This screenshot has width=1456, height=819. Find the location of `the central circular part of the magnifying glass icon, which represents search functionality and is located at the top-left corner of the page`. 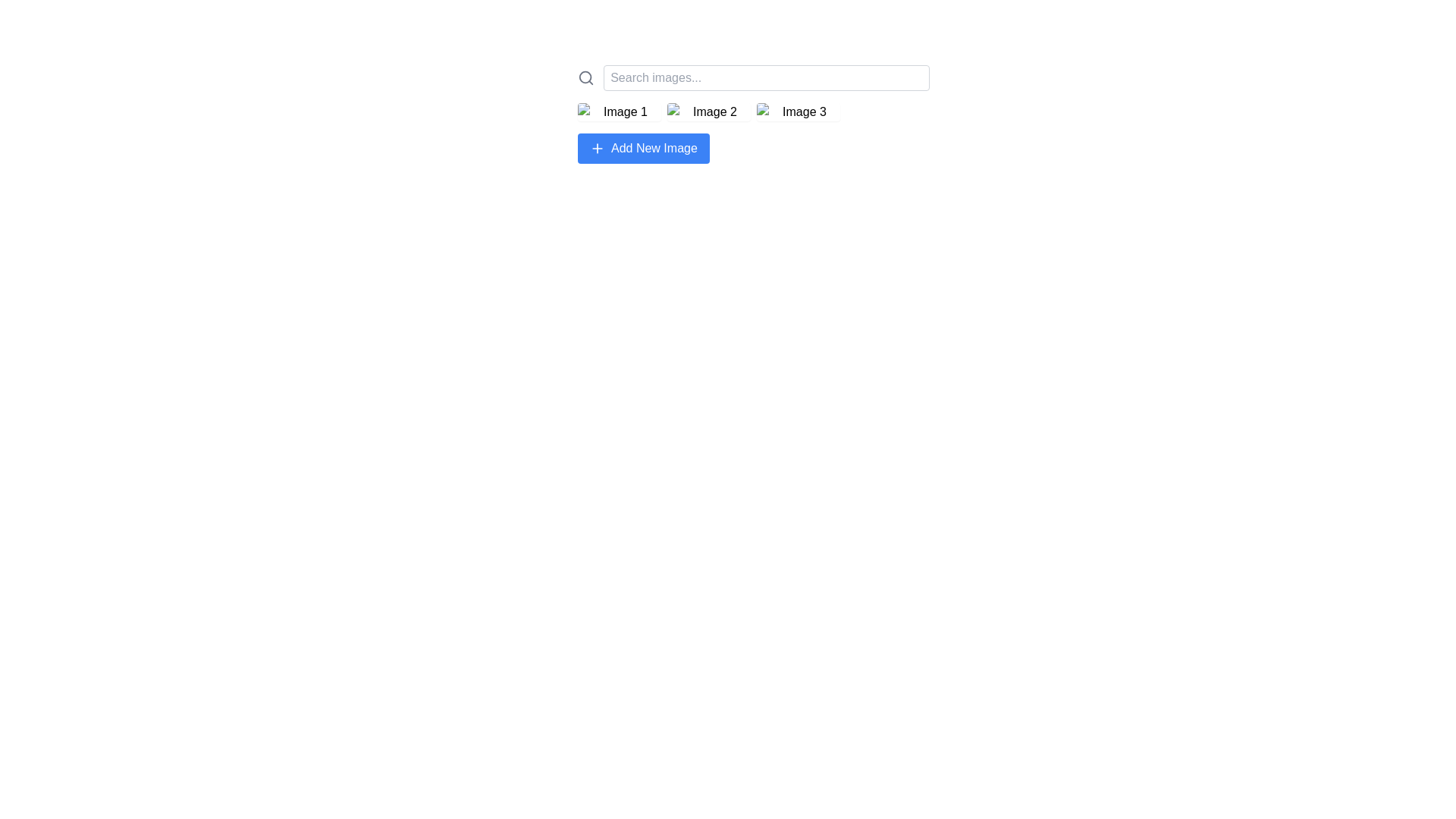

the central circular part of the magnifying glass icon, which represents search functionality and is located at the top-left corner of the page is located at coordinates (585, 77).